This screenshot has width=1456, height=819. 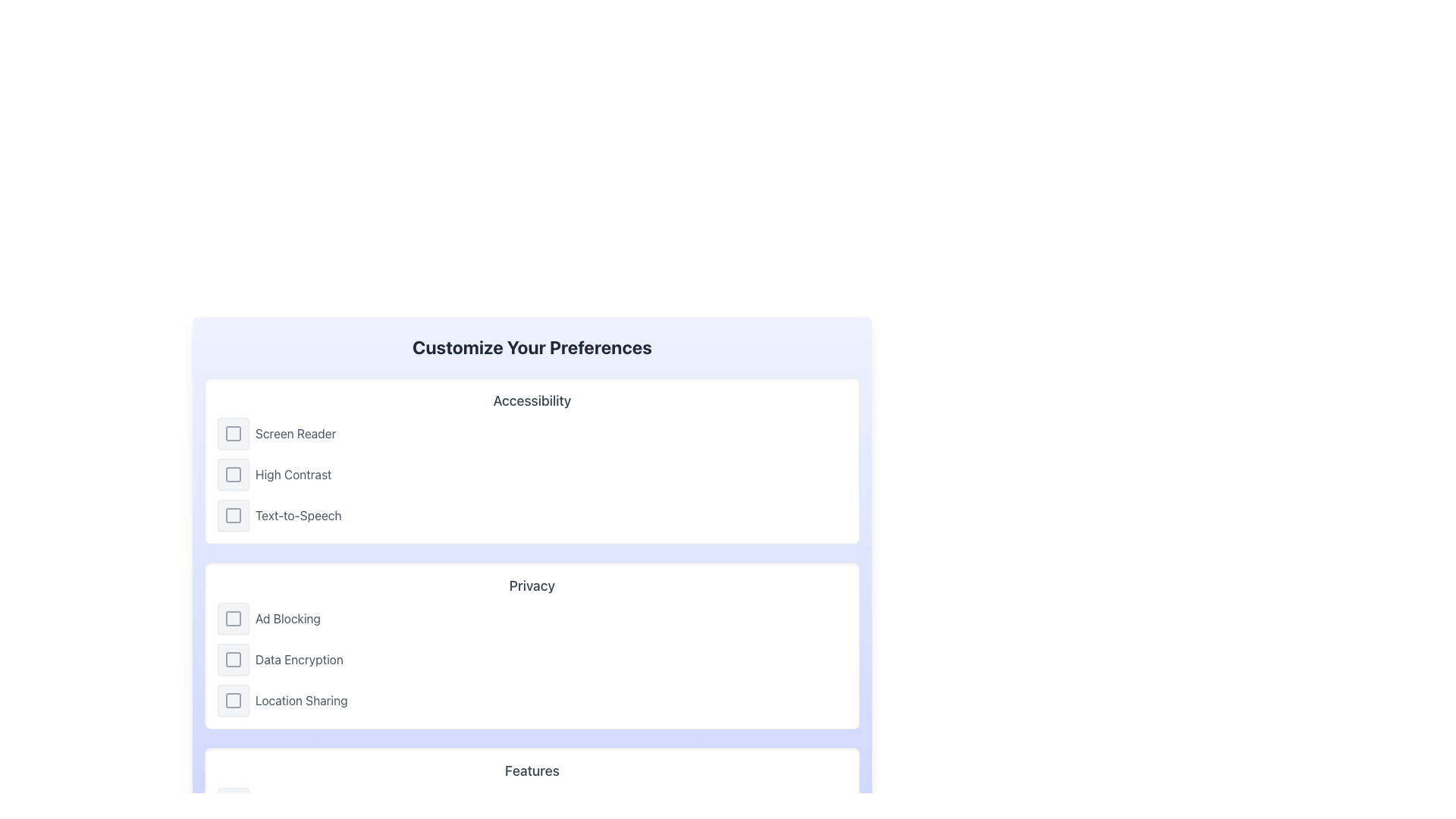 What do you see at coordinates (232, 473) in the screenshot?
I see `the checkbox for 'High Contrast' located in the Accessibility preferences section` at bounding box center [232, 473].